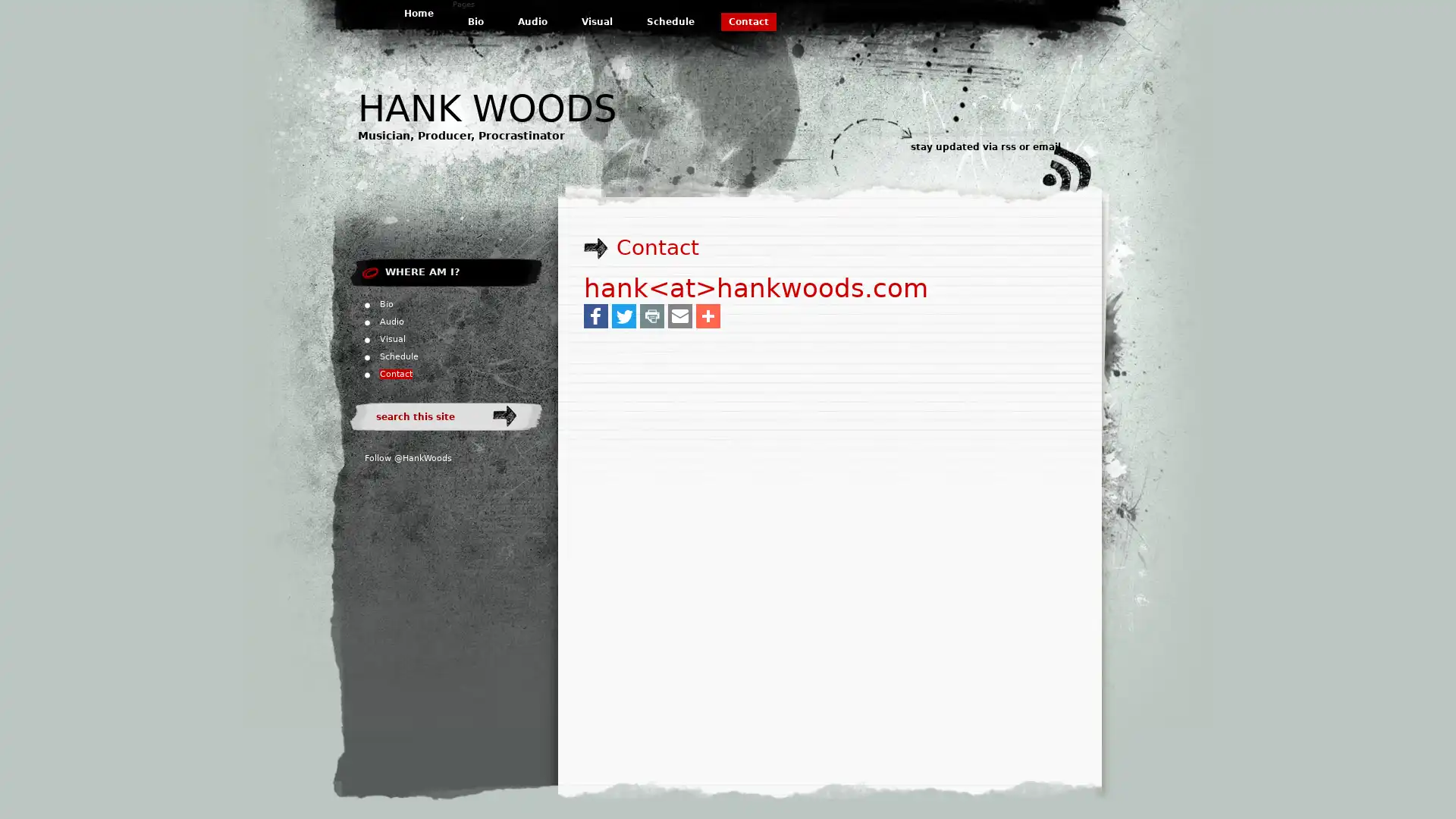  I want to click on Share to Email, so click(679, 315).